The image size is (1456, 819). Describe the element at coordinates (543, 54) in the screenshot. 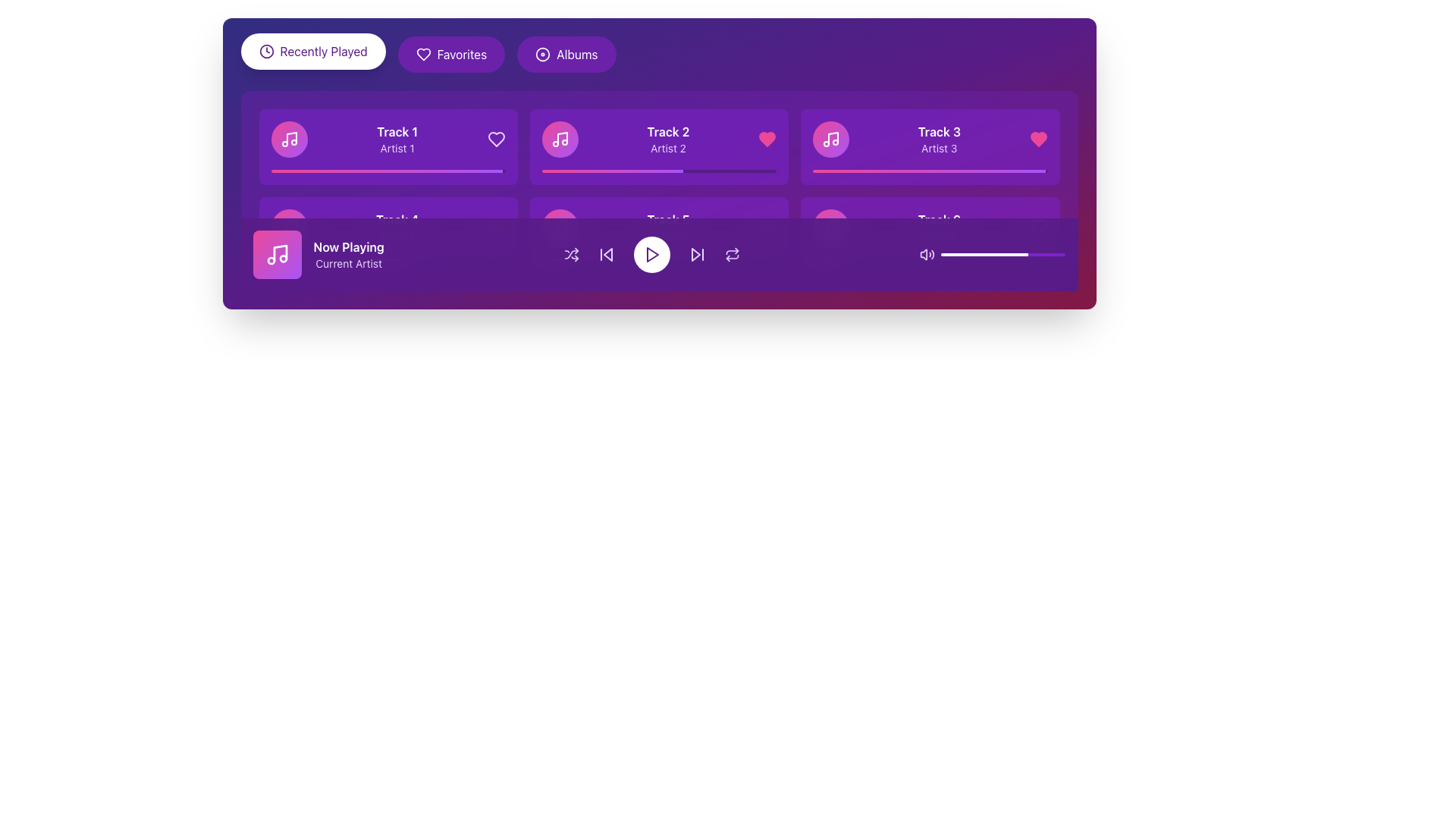

I see `the vector graphic icon representing the 'Albums' category in the top navigation bar, which is positioned to the left of the text label 'Albums'` at that location.